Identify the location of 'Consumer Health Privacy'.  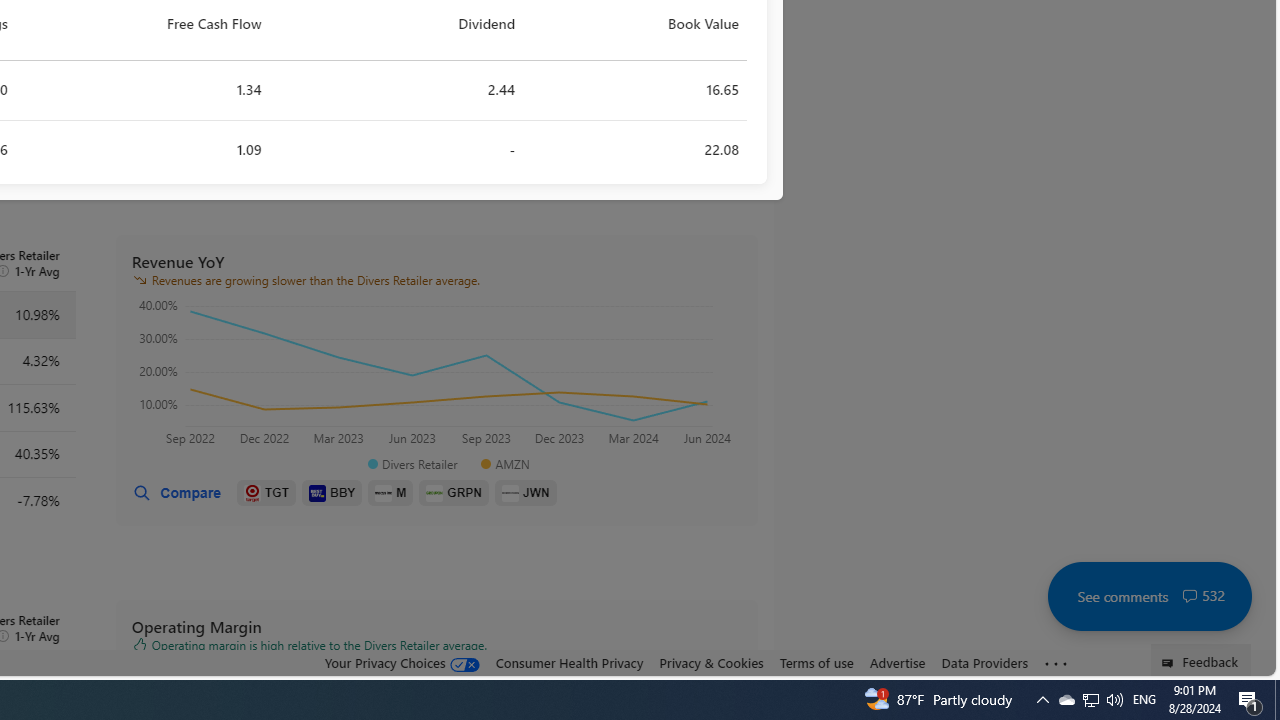
(568, 662).